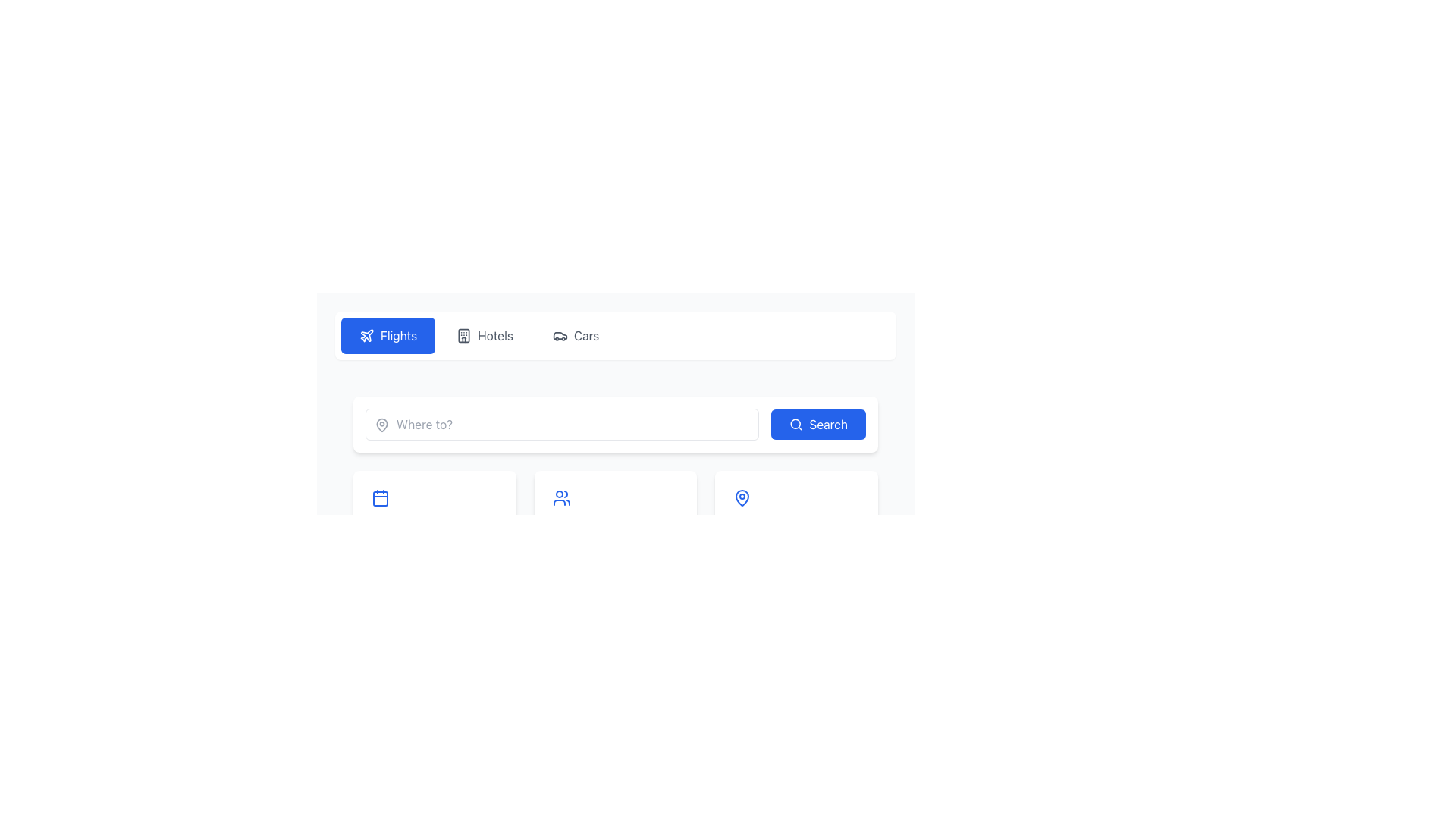 This screenshot has height=819, width=1456. I want to click on the 'Hotels' icon in the navigation bar, which serves as a visual cue for hotel-related services, so click(463, 335).